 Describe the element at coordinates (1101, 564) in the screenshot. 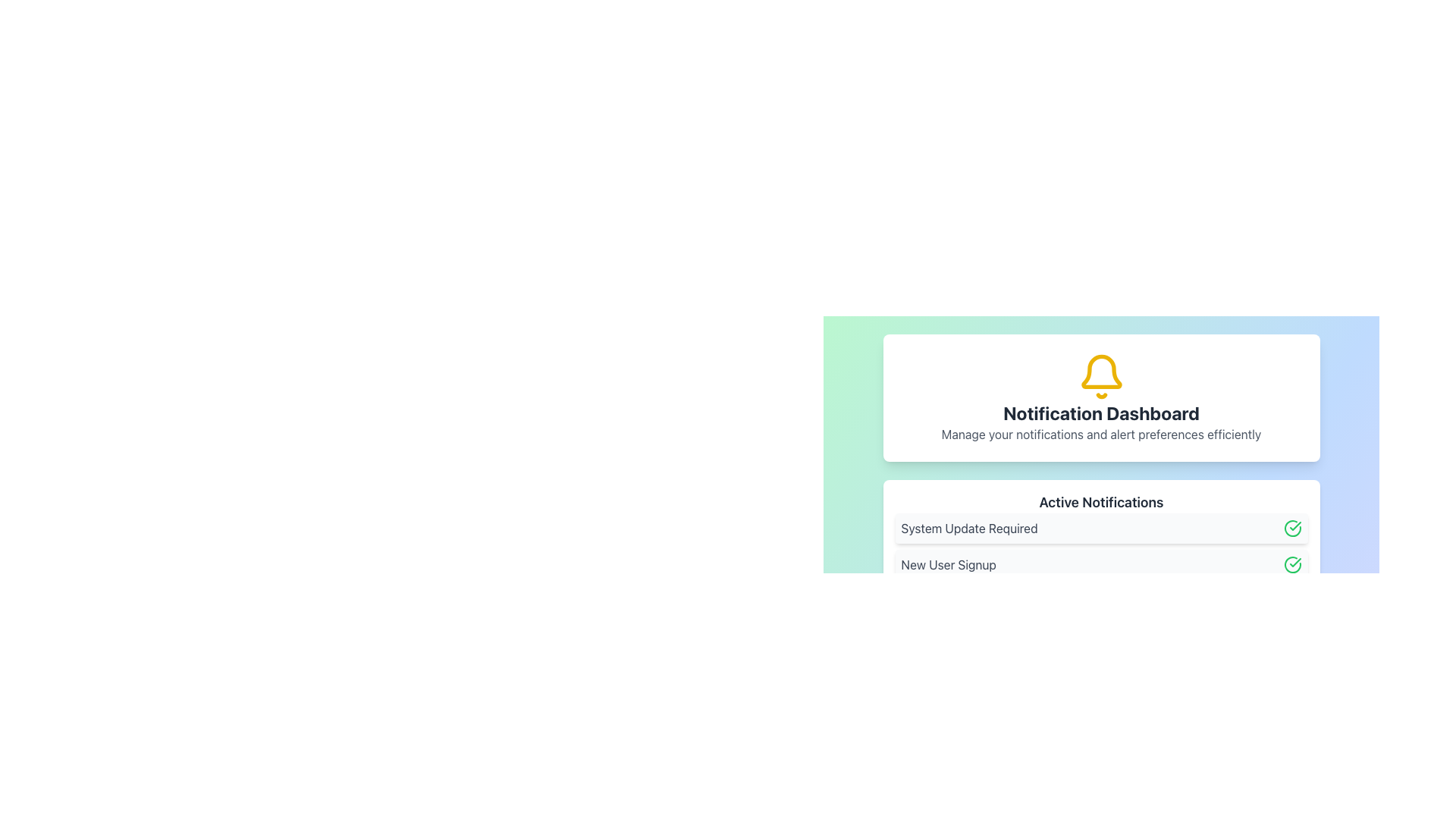

I see `the second notification item in the 'Active Notifications' panel, which conveys the completion status of a 'New User Signup' action` at that location.